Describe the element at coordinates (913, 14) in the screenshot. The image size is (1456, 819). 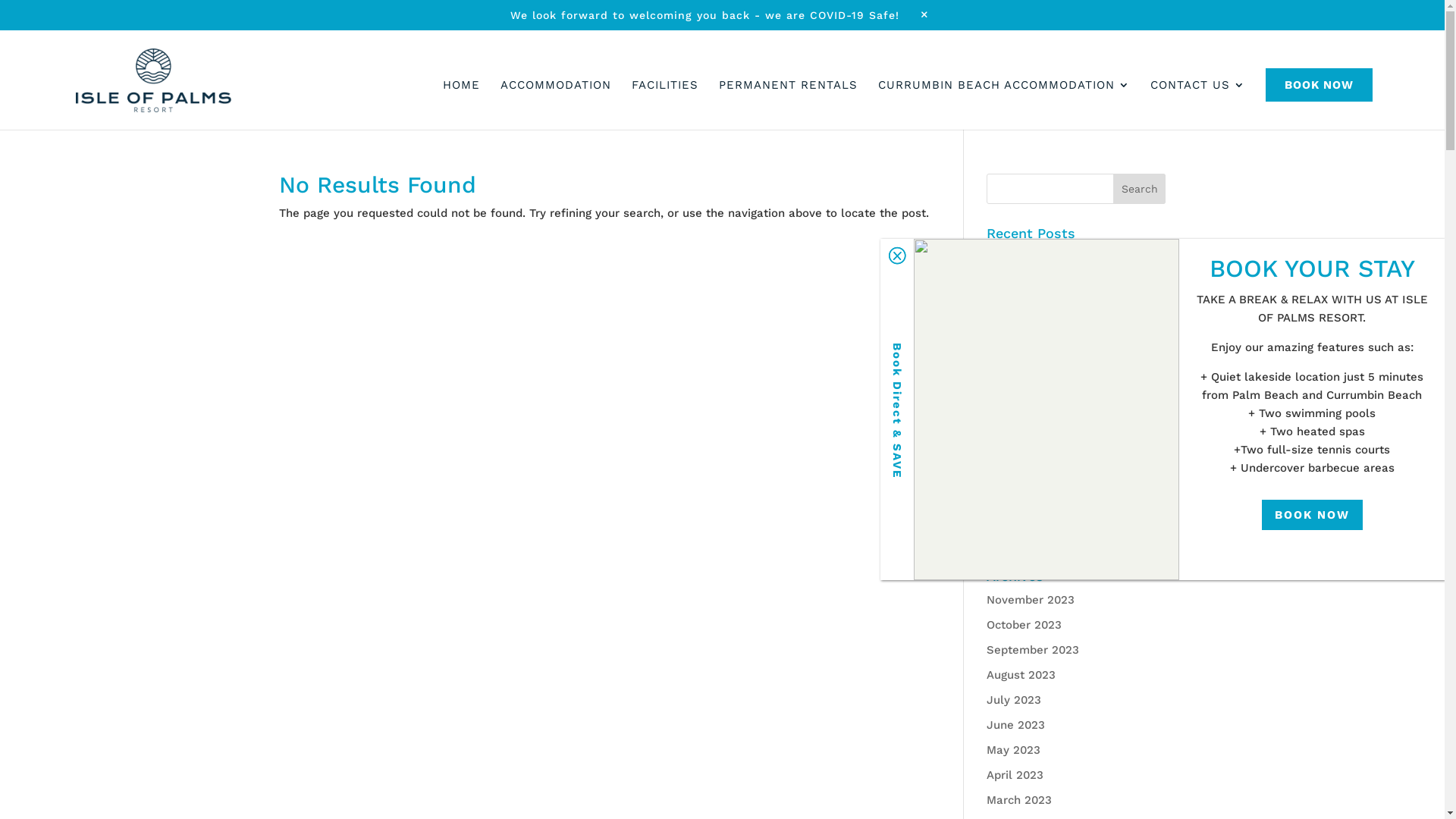
I see `'M'` at that location.